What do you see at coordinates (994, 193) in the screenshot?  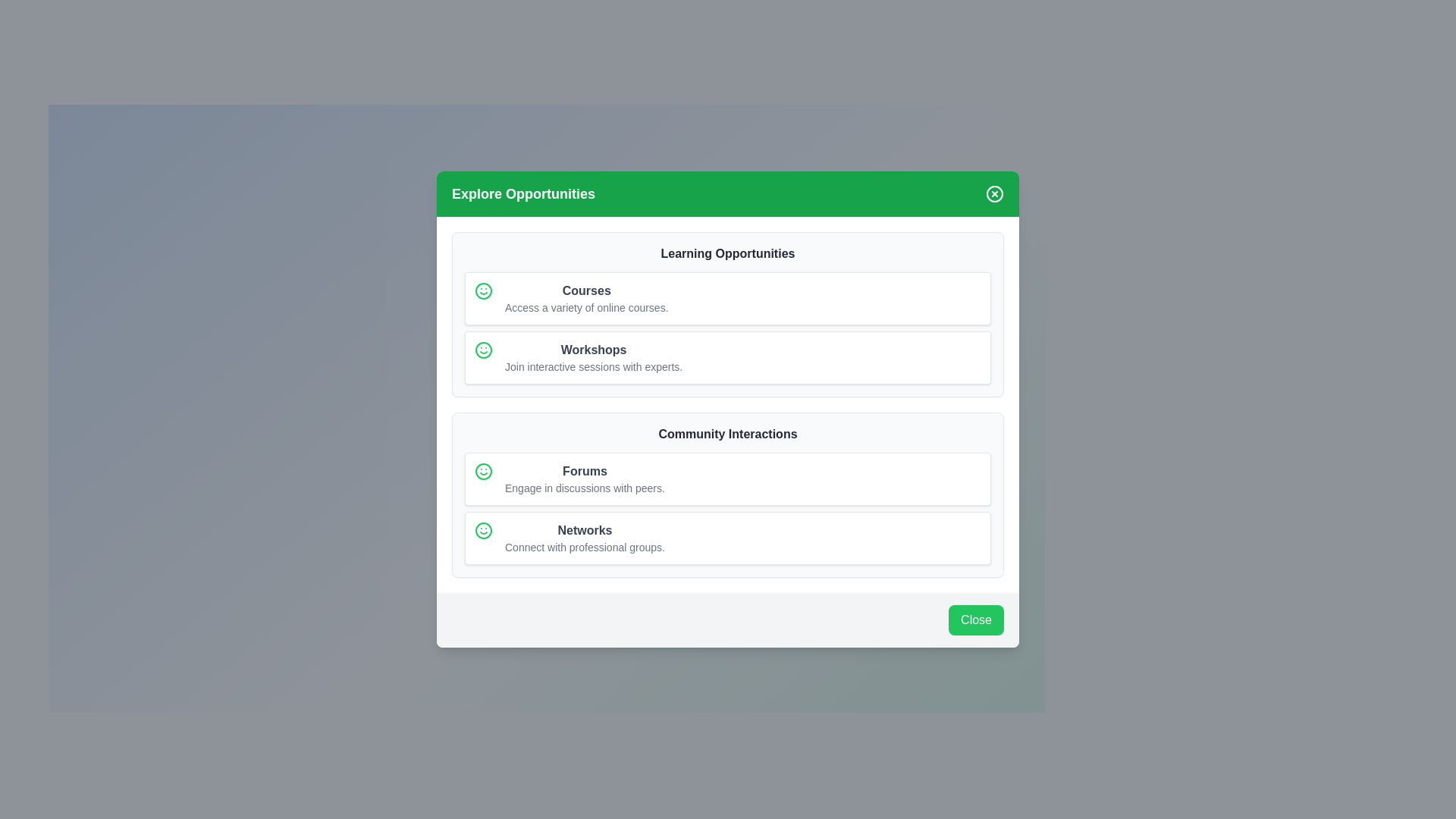 I see `the circular base of the close button located at the top-right corner within the green-colored header strip, adjacent to the 'Explore Opportunities' modal` at bounding box center [994, 193].